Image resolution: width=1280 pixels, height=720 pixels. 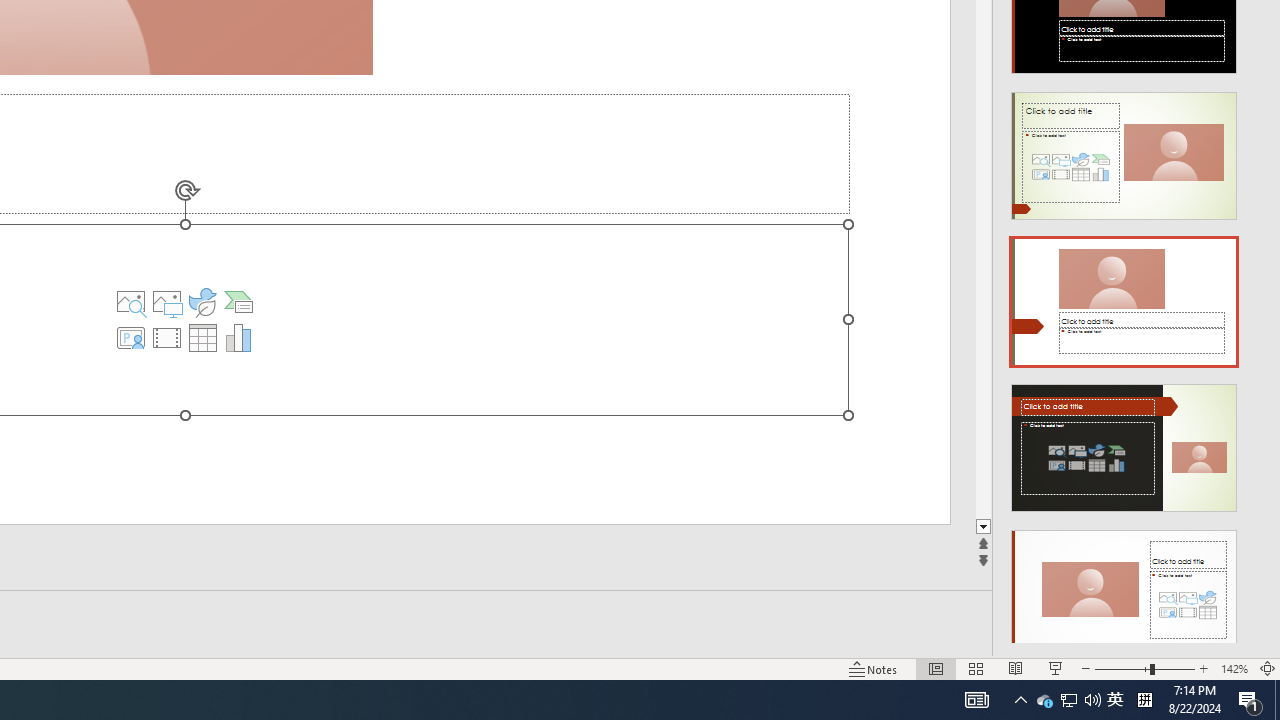 What do you see at coordinates (1144, 669) in the screenshot?
I see `'Zoom'` at bounding box center [1144, 669].